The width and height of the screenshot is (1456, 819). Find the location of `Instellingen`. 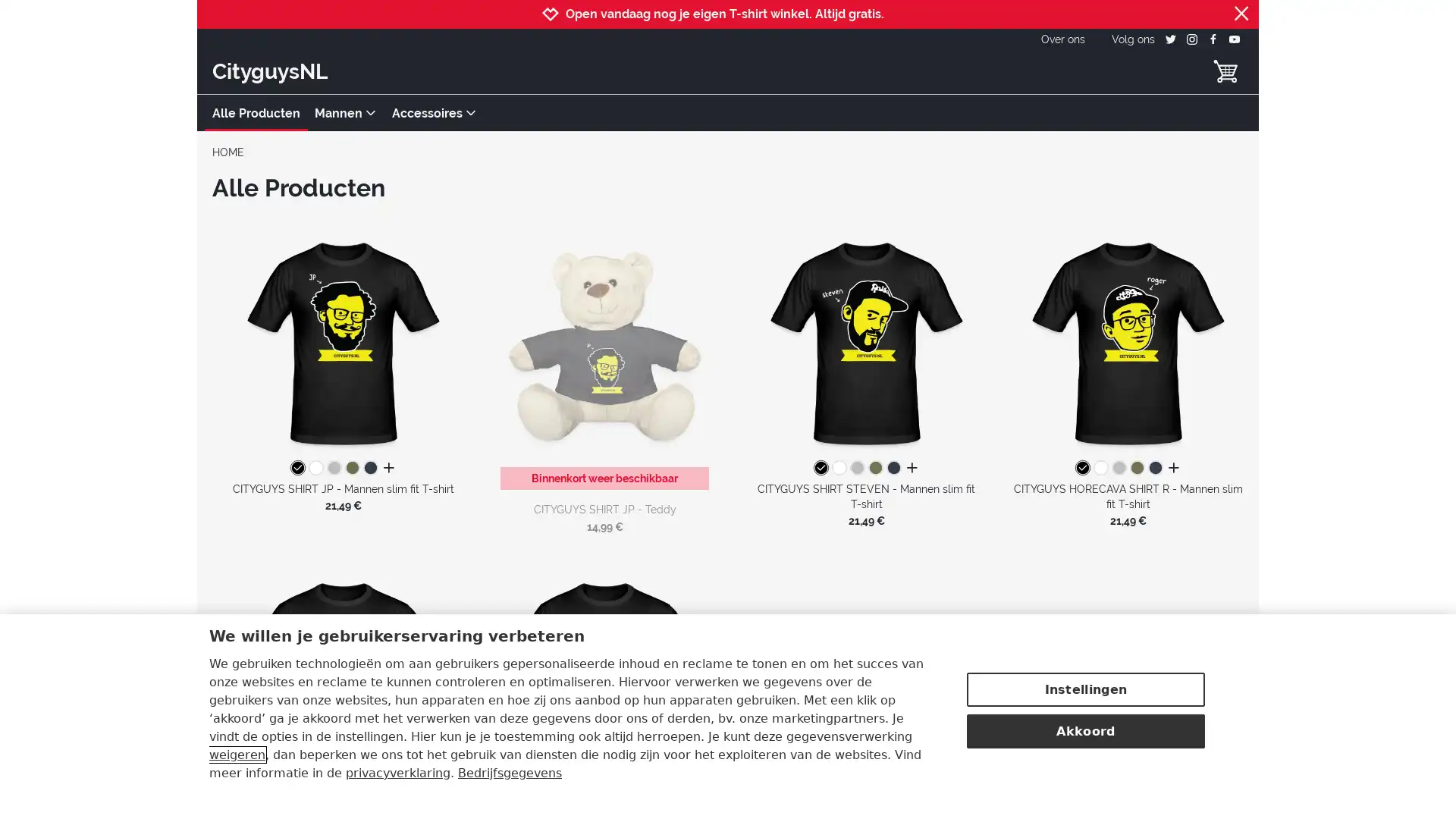

Instellingen is located at coordinates (1084, 689).